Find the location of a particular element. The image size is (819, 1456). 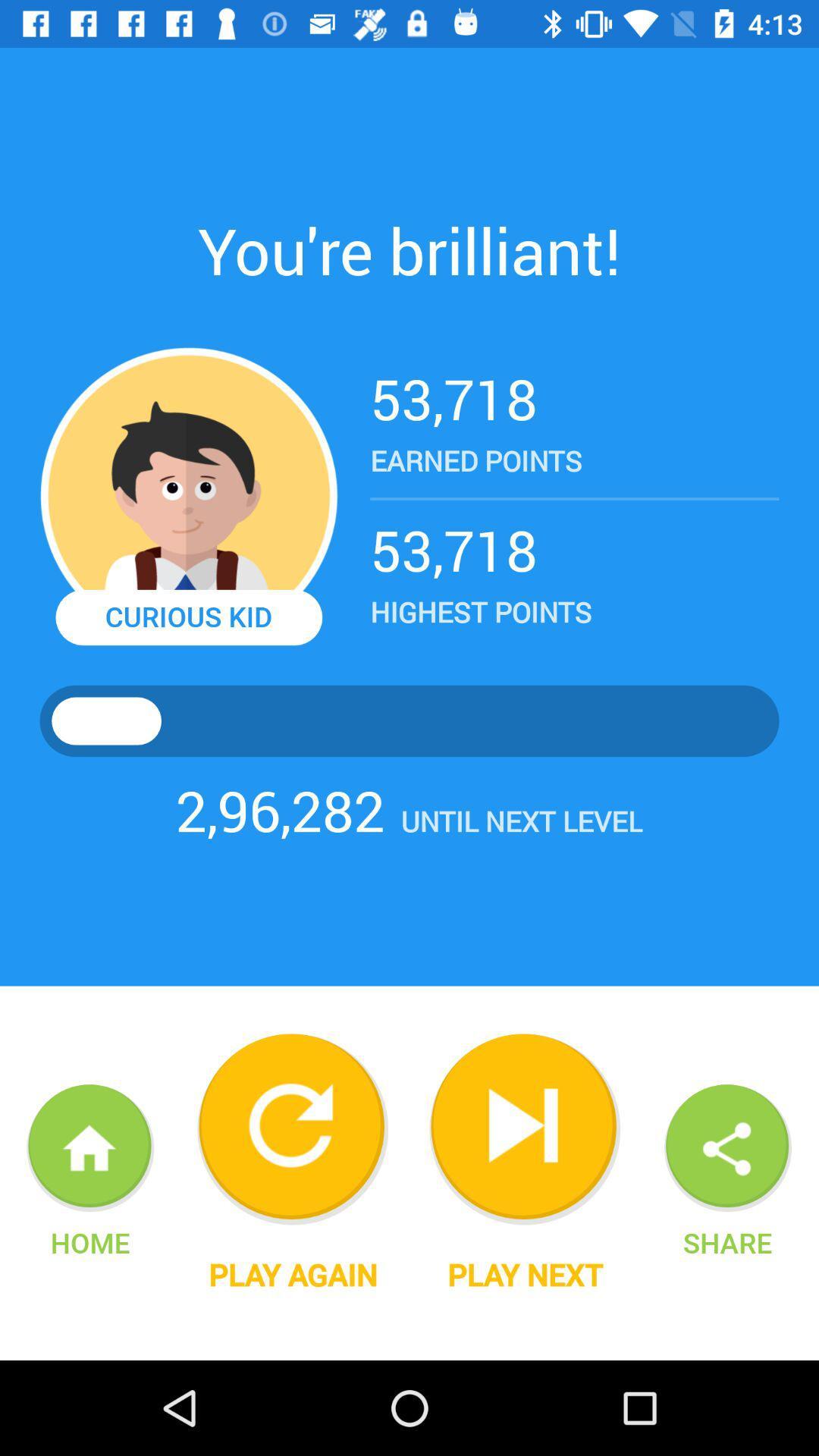

the icon next to the share item is located at coordinates (524, 1274).